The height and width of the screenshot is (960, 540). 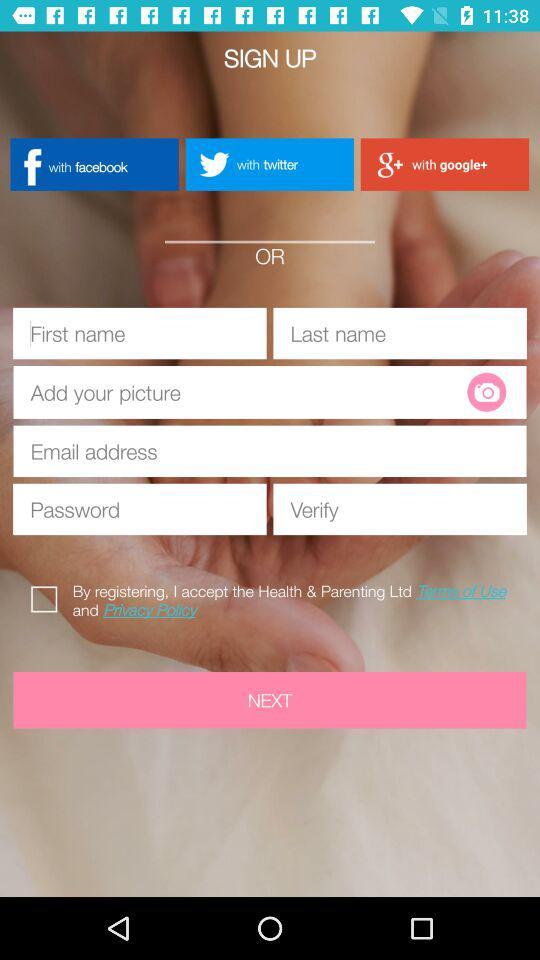 I want to click on next button, so click(x=270, y=700).